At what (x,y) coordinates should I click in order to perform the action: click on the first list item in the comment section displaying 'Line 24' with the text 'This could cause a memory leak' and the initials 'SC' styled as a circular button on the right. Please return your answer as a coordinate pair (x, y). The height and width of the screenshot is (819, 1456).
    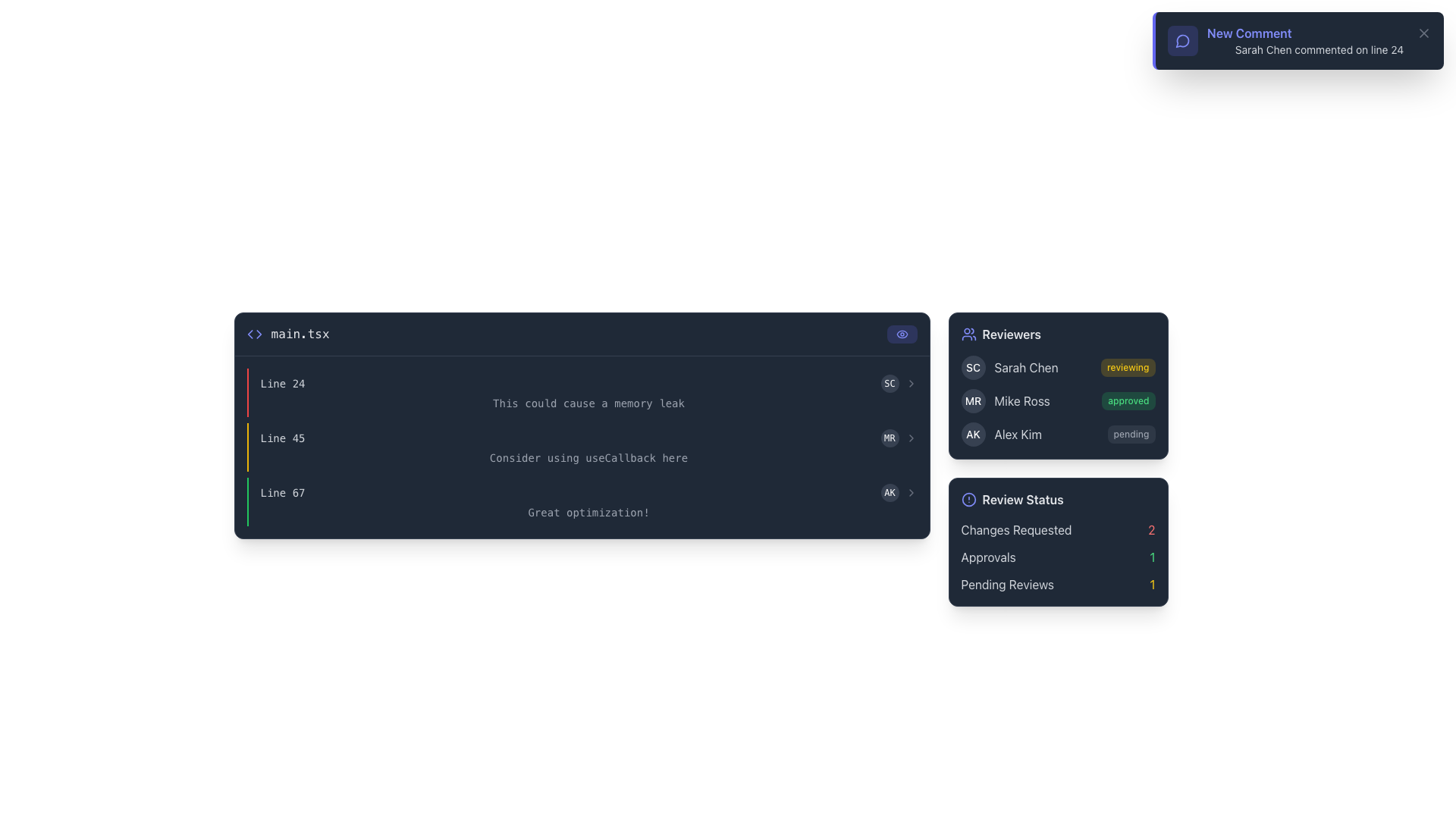
    Looking at the image, I should click on (581, 391).